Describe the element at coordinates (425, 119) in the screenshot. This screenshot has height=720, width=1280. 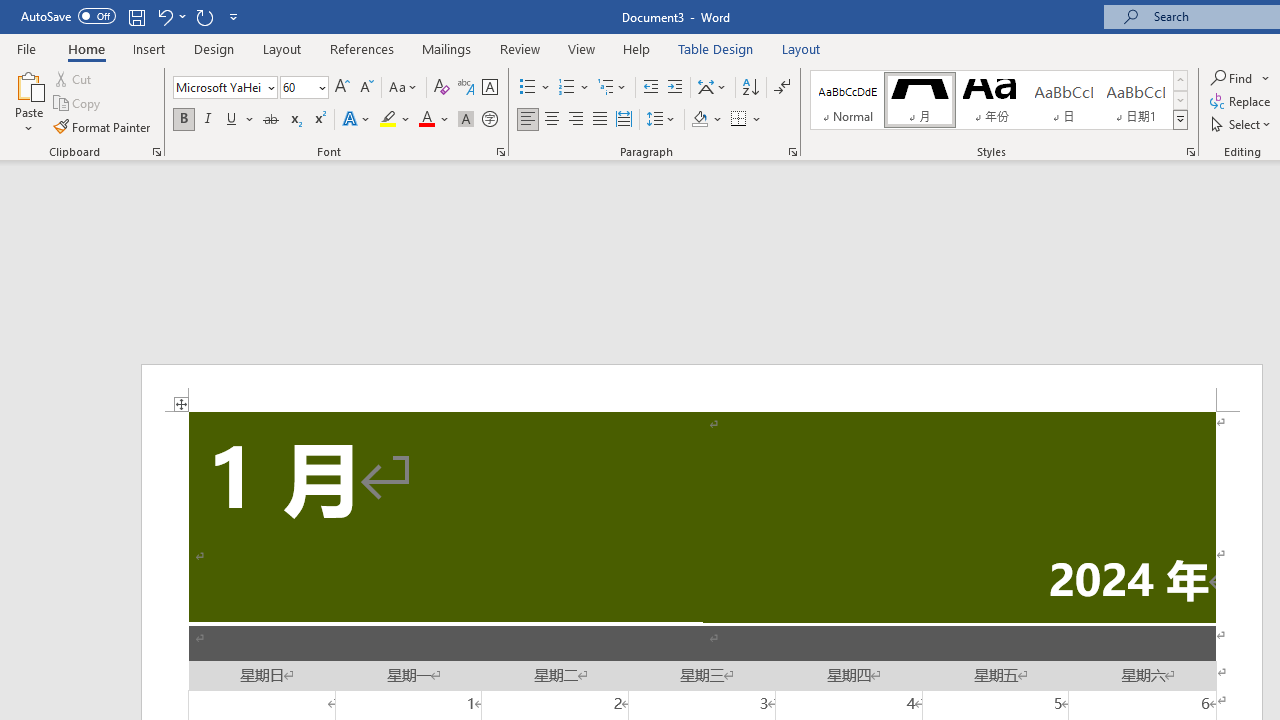
I see `'Font Color RGB(255, 0, 0)'` at that location.